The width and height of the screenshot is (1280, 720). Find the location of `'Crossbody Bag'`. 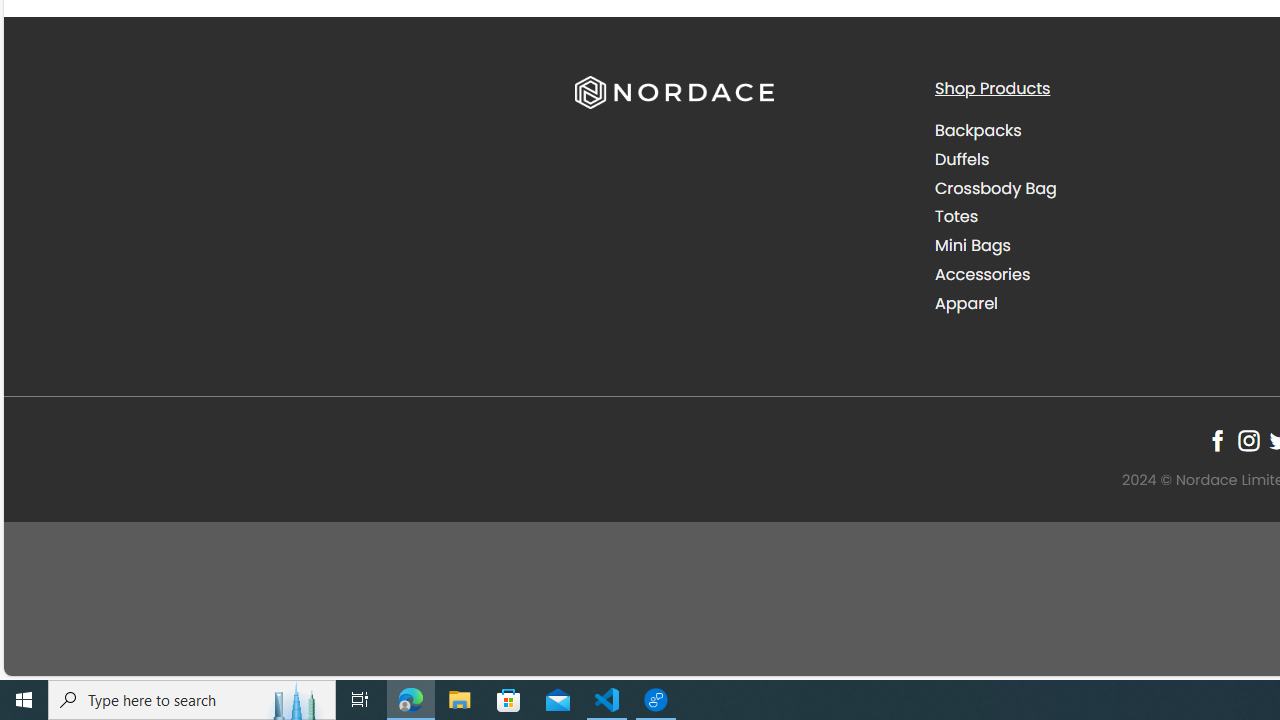

'Crossbody Bag' is located at coordinates (1098, 188).